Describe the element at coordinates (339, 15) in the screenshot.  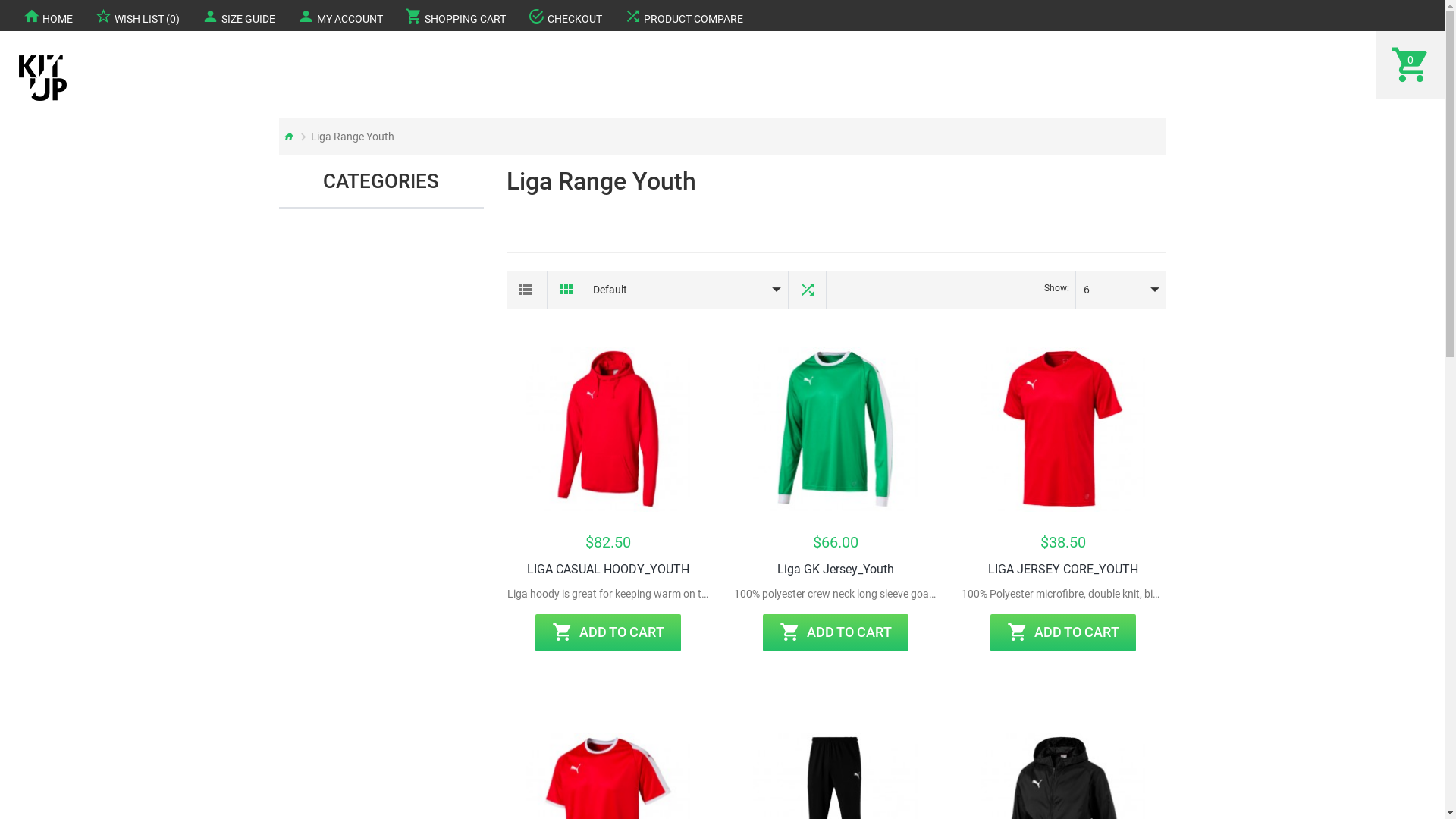
I see `'MY ACCOUNT'` at that location.